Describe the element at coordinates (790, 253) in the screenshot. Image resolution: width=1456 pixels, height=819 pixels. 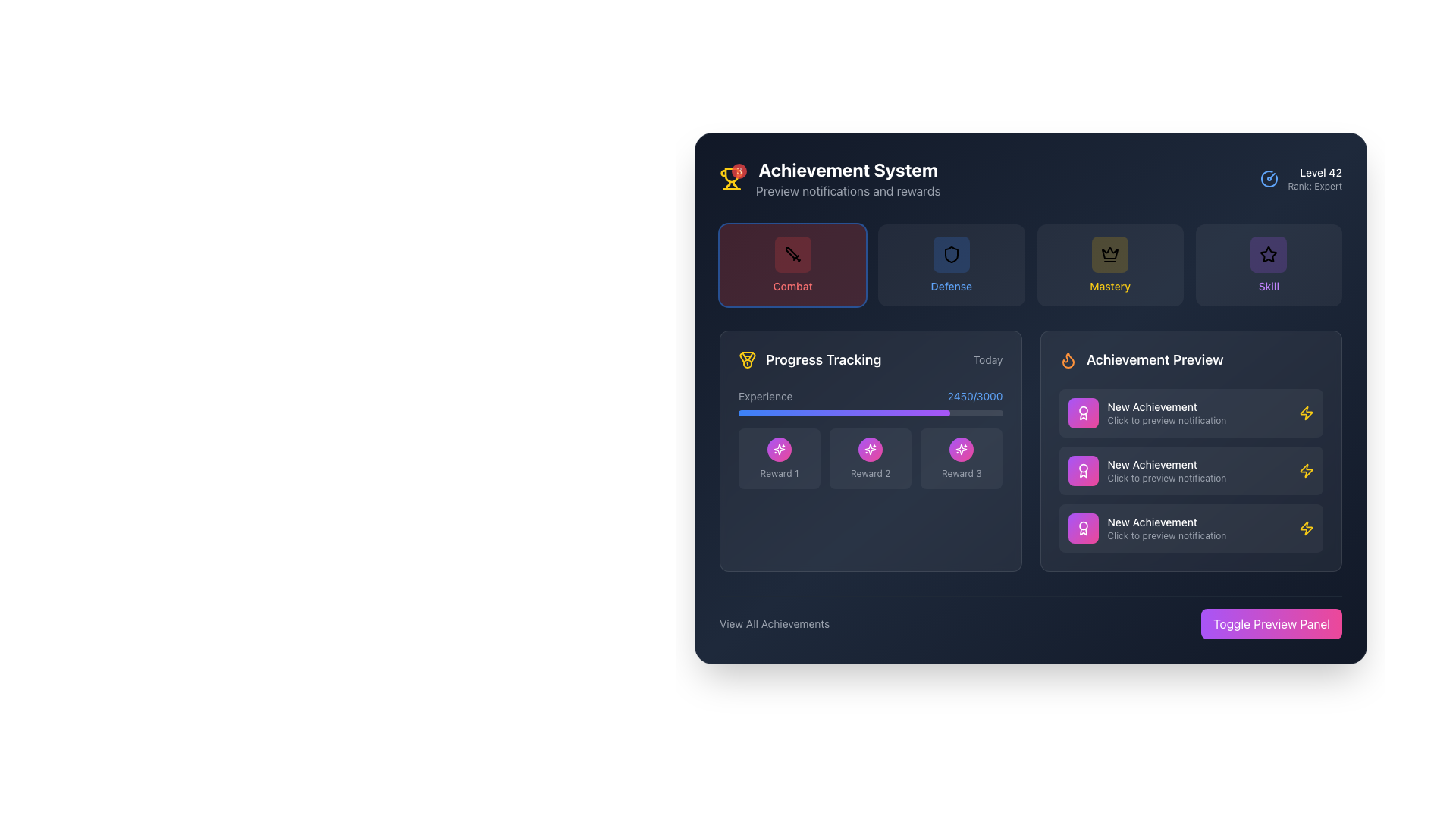
I see `the small graphical representation resembling a part of a sword icon, which is part of the 'Combat' feature in the interface` at that location.